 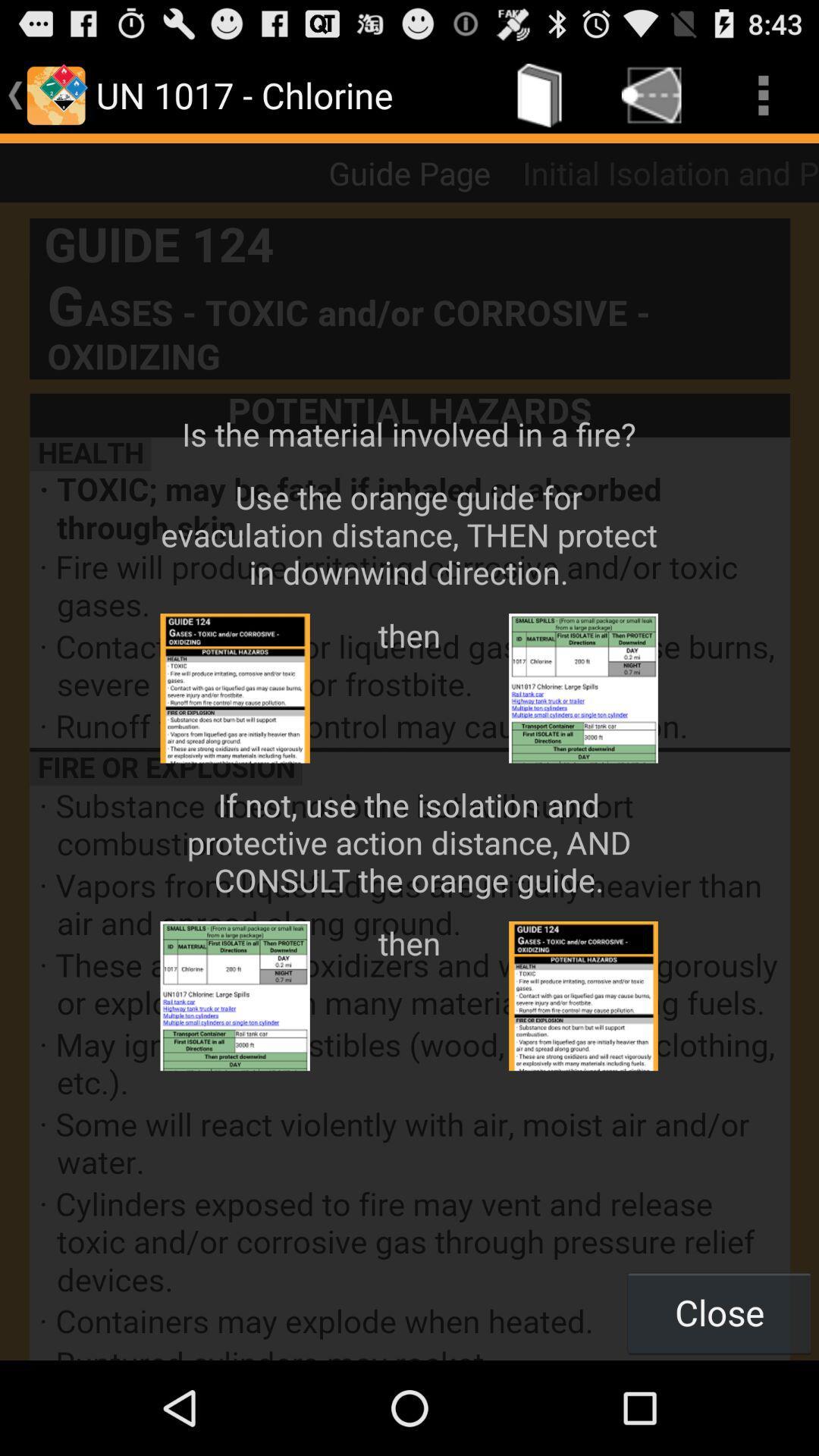 I want to click on app above guide page, so click(x=539, y=94).